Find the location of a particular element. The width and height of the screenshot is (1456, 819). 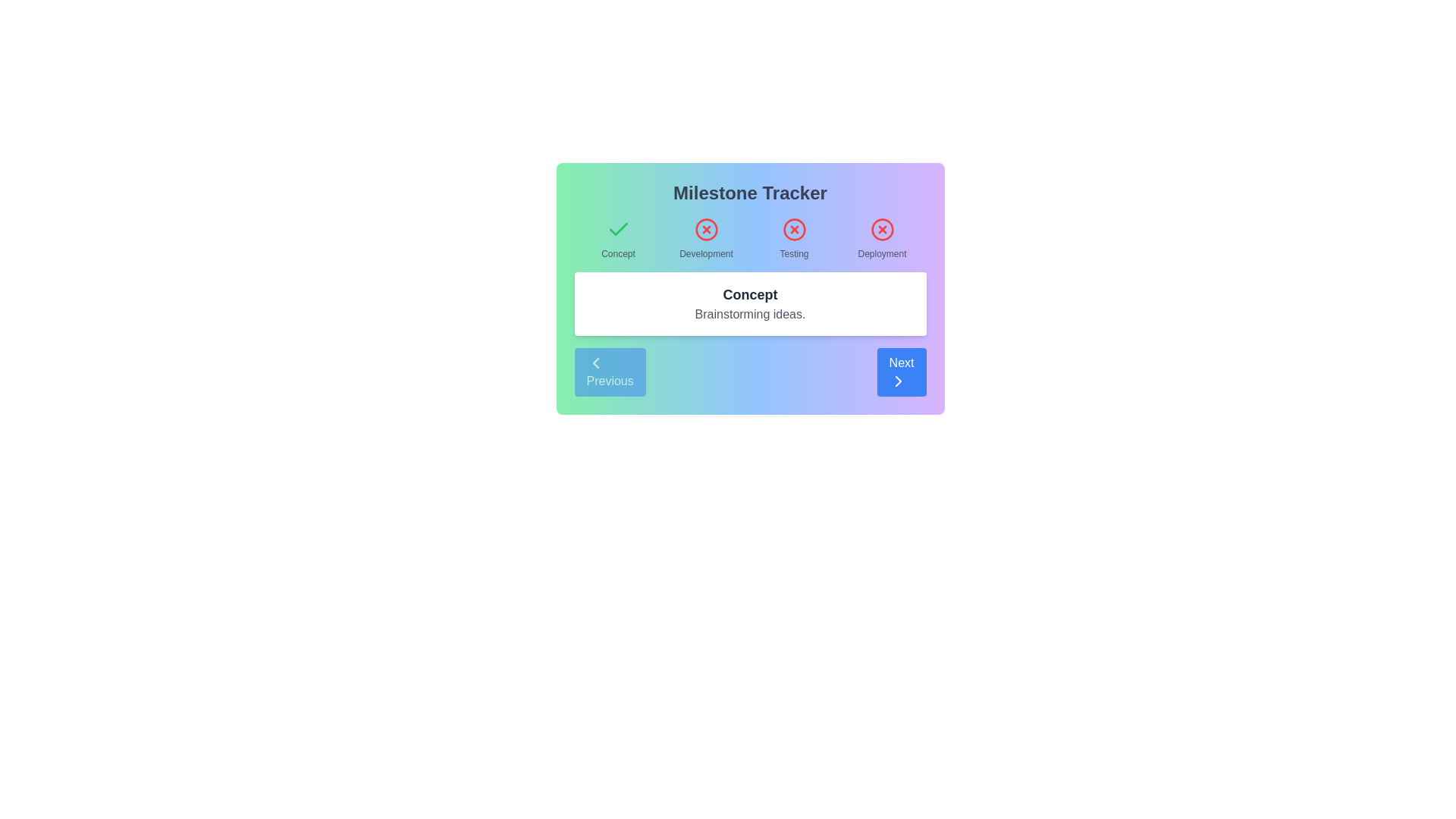

the 'Development' stage label in the milestone tracker, which is located beneath the corresponding icon and is the second stage from the left is located at coordinates (705, 253).